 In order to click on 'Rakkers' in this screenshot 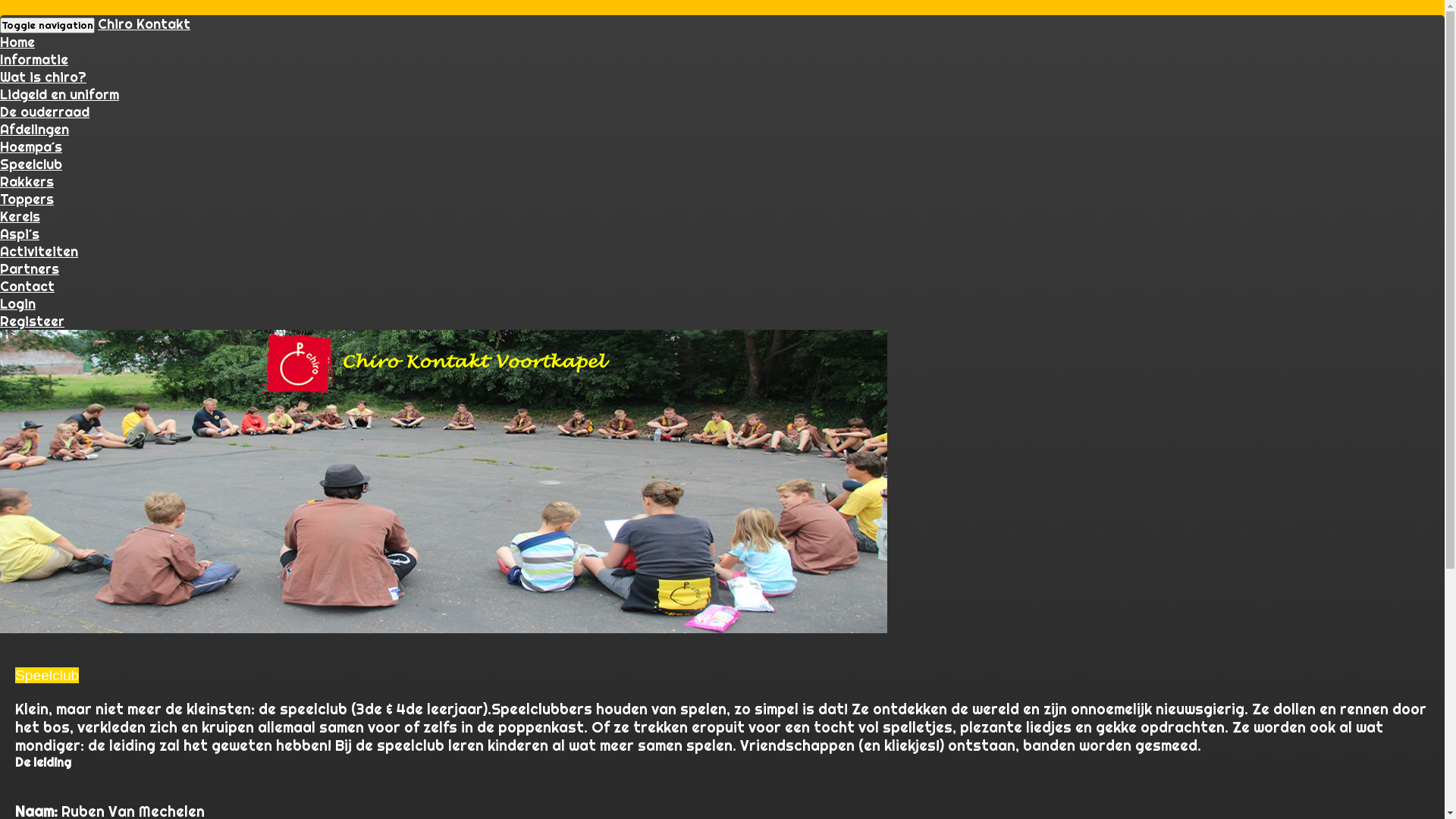, I will do `click(27, 180)`.